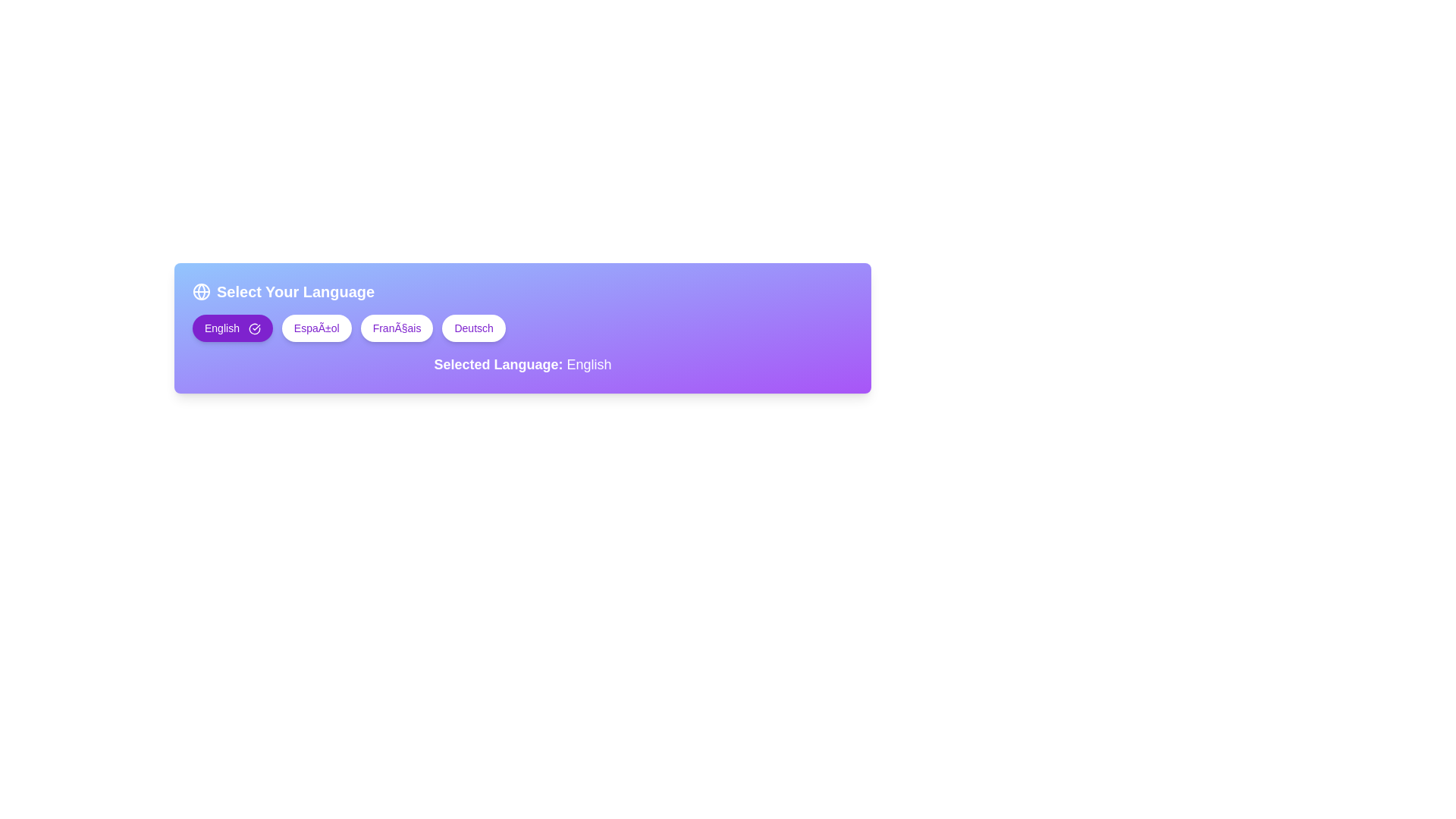 The image size is (1456, 819). What do you see at coordinates (200, 292) in the screenshot?
I see `the globe icon representing language options, located to the left of the text 'Select Your Language'` at bounding box center [200, 292].